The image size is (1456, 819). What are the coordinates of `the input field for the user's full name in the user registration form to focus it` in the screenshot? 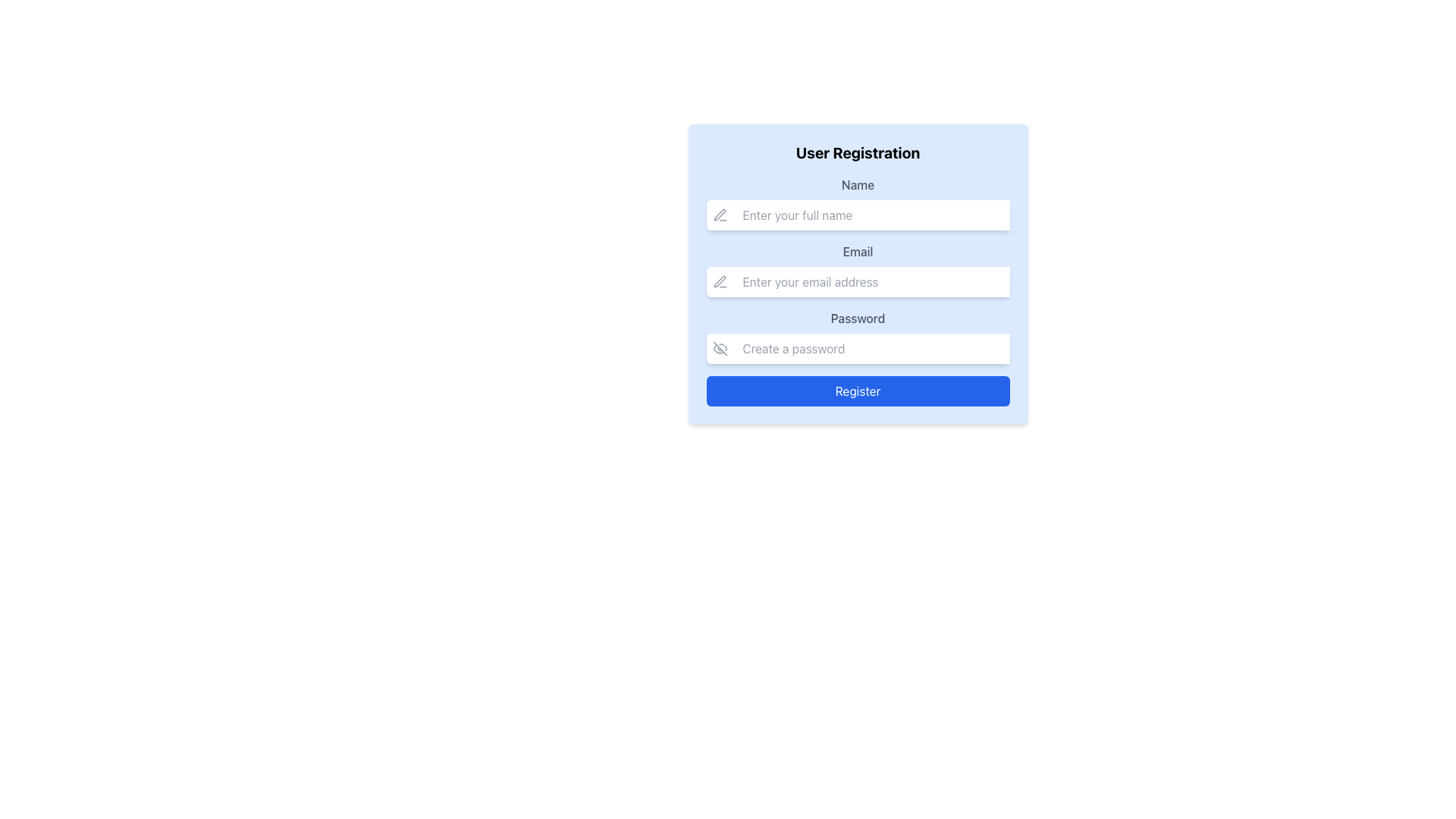 It's located at (858, 202).